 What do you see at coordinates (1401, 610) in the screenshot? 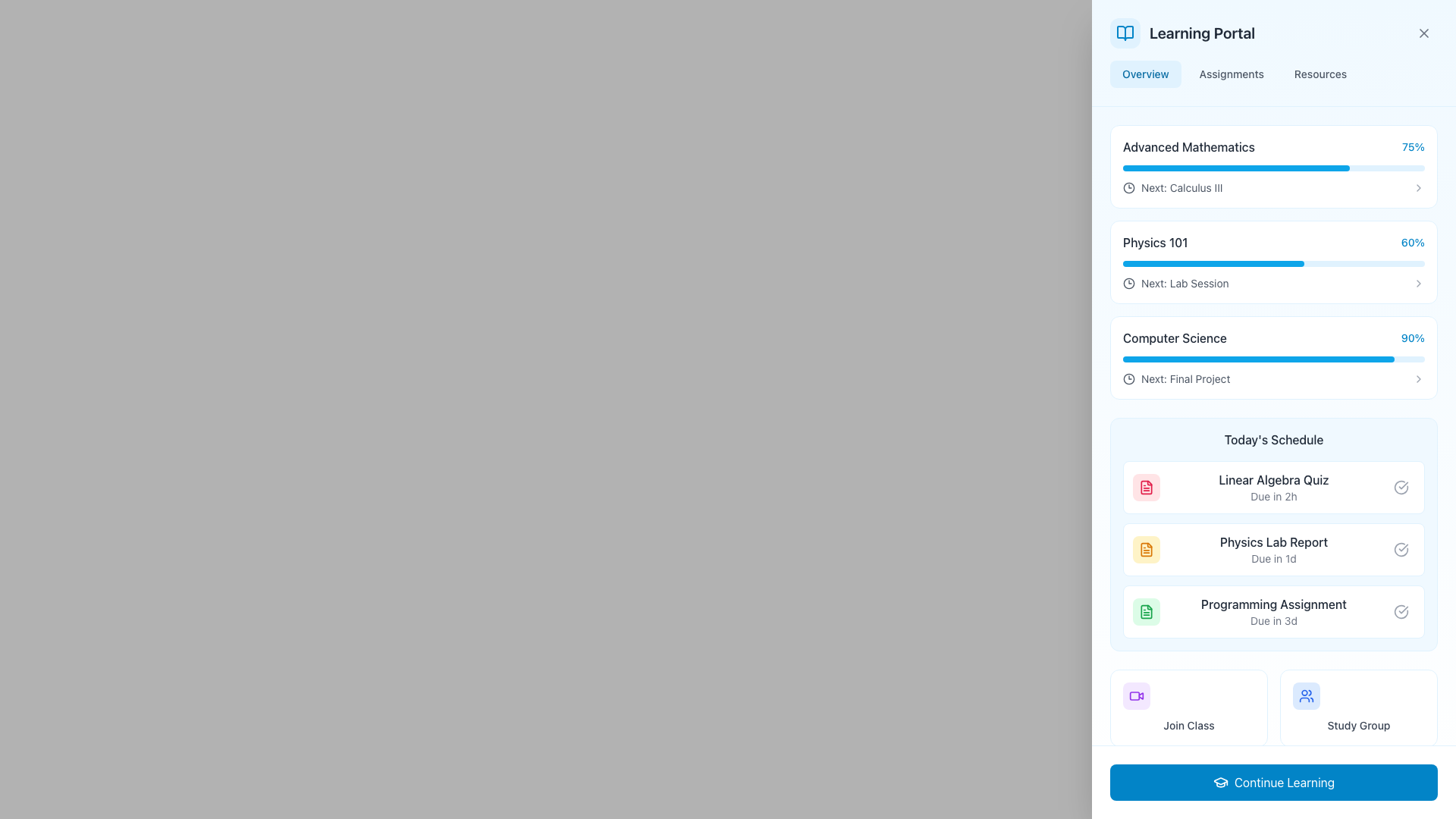
I see `the button in the bottom right corner of the 'Programming Assignment' card to mark the assignment as completed` at bounding box center [1401, 610].